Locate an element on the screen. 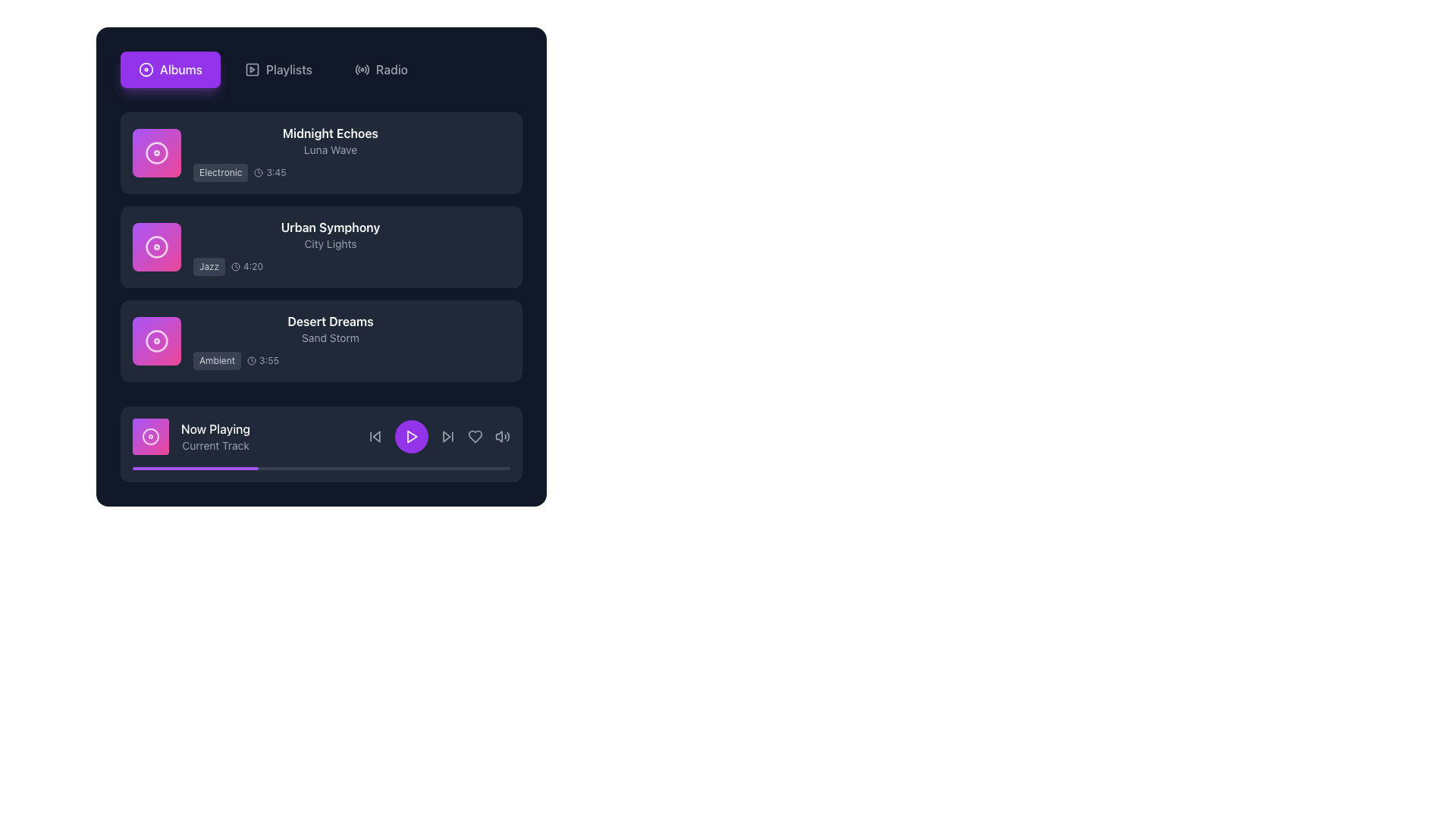 The height and width of the screenshot is (819, 1456). the informational display element showing the song category 'Ambient' and duration '3:55' located at the bottom of the card for 'Desert Dreams' is located at coordinates (330, 360).